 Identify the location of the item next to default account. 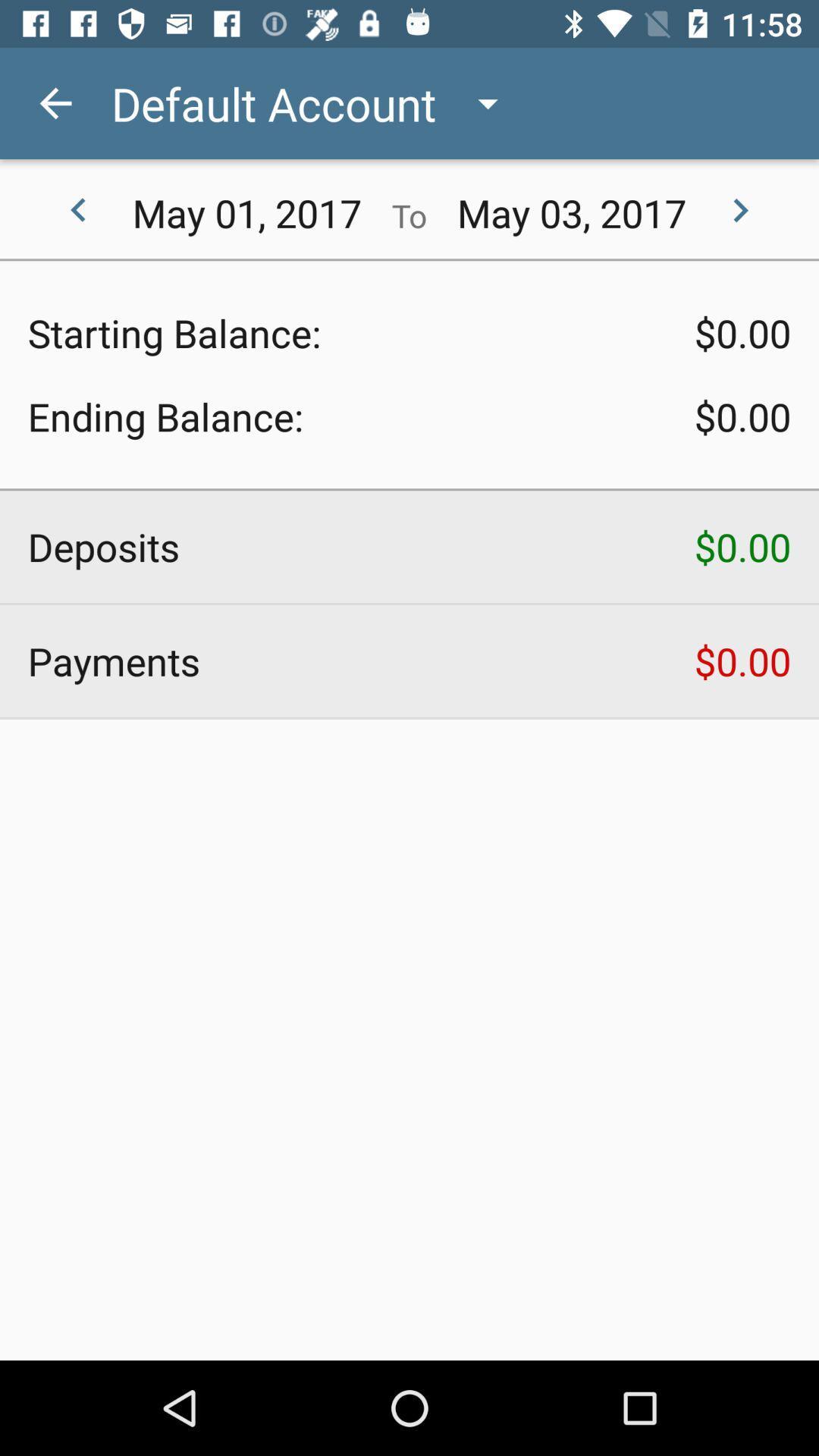
(55, 102).